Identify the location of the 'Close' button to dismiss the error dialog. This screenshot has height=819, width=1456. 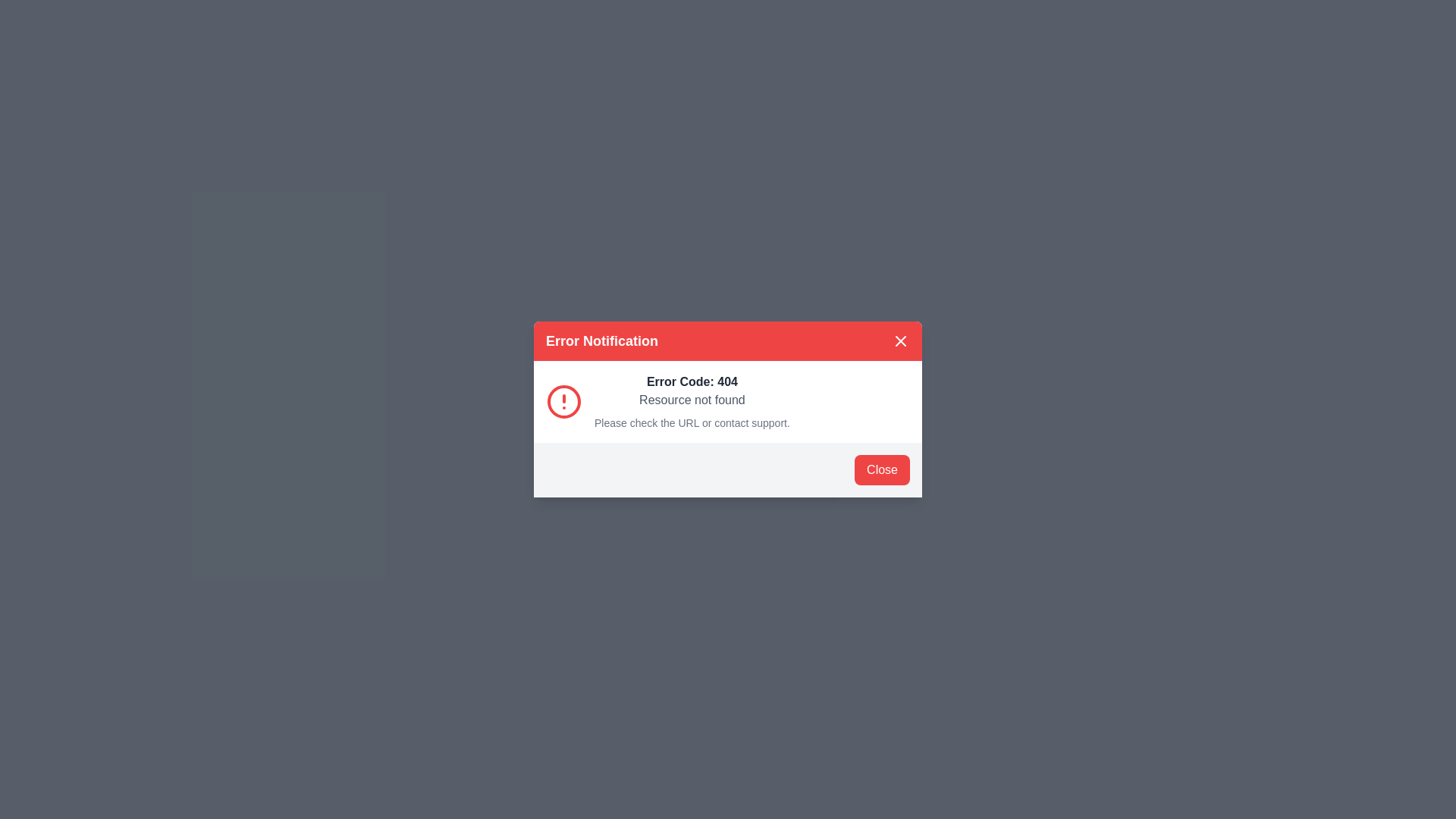
(882, 469).